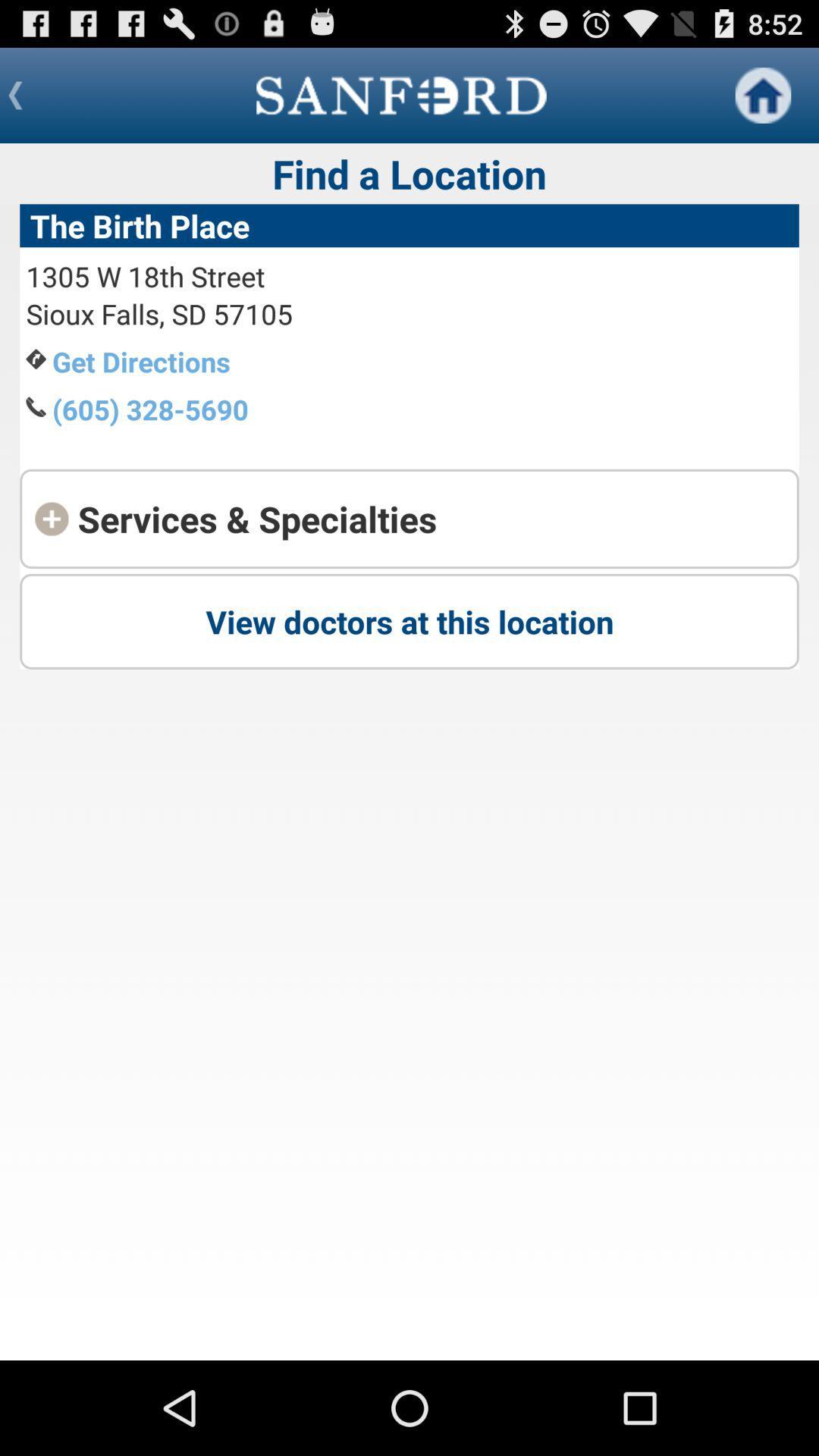  What do you see at coordinates (763, 94) in the screenshot?
I see `the first icon` at bounding box center [763, 94].